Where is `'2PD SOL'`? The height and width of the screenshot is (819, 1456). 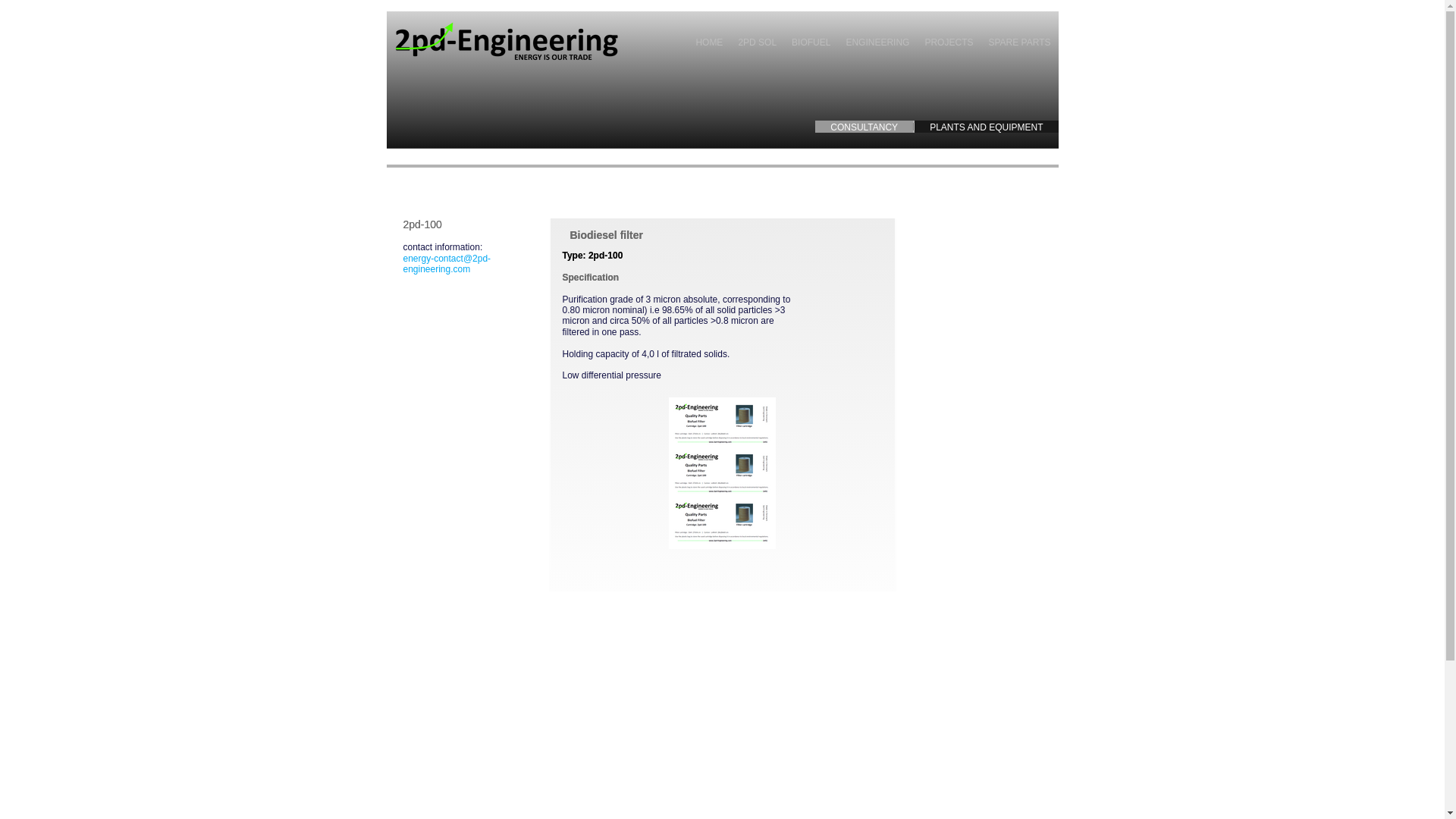 '2PD SOL' is located at coordinates (730, 42).